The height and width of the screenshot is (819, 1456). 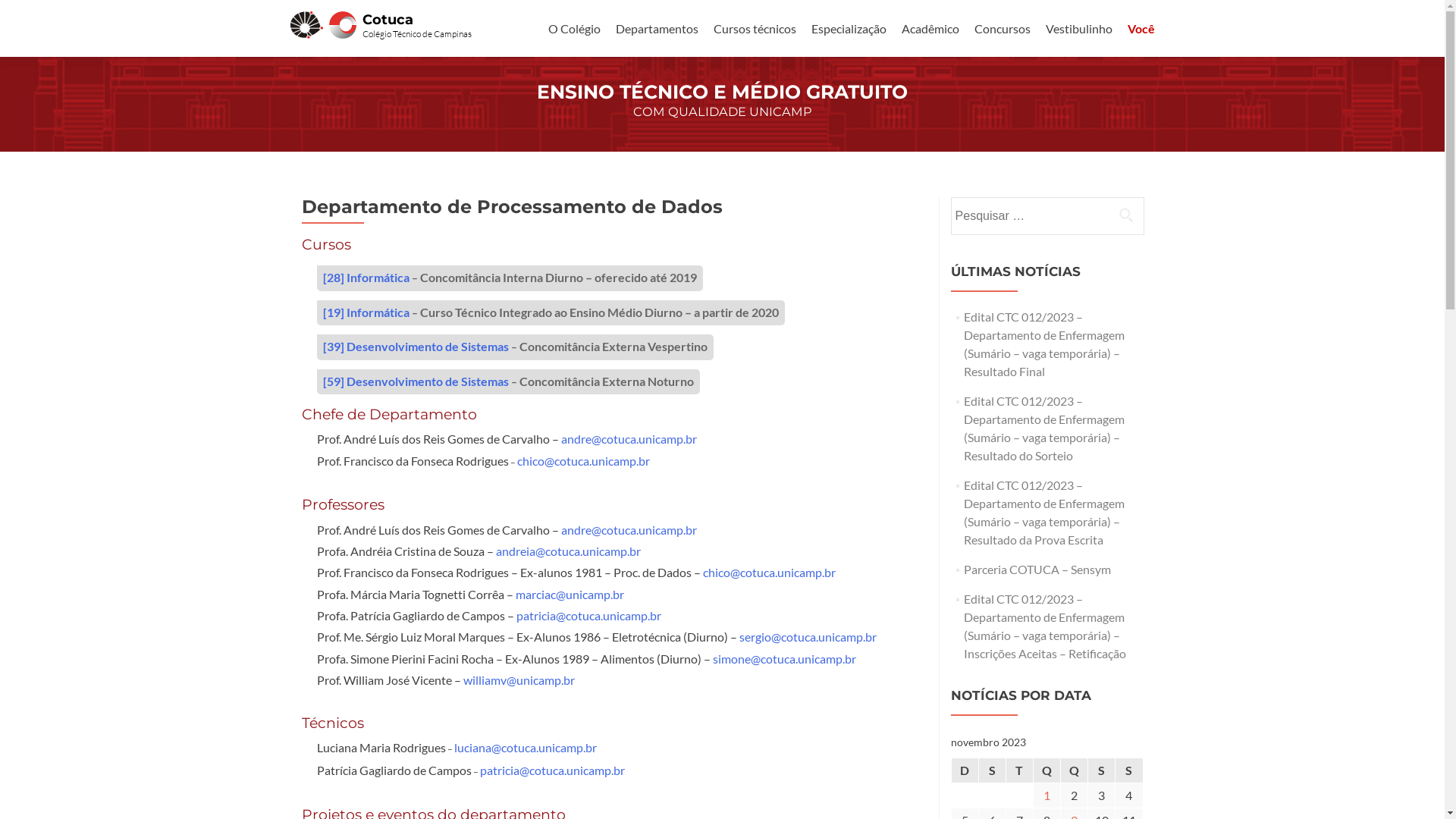 I want to click on 'Cotuca', so click(x=345, y=23).